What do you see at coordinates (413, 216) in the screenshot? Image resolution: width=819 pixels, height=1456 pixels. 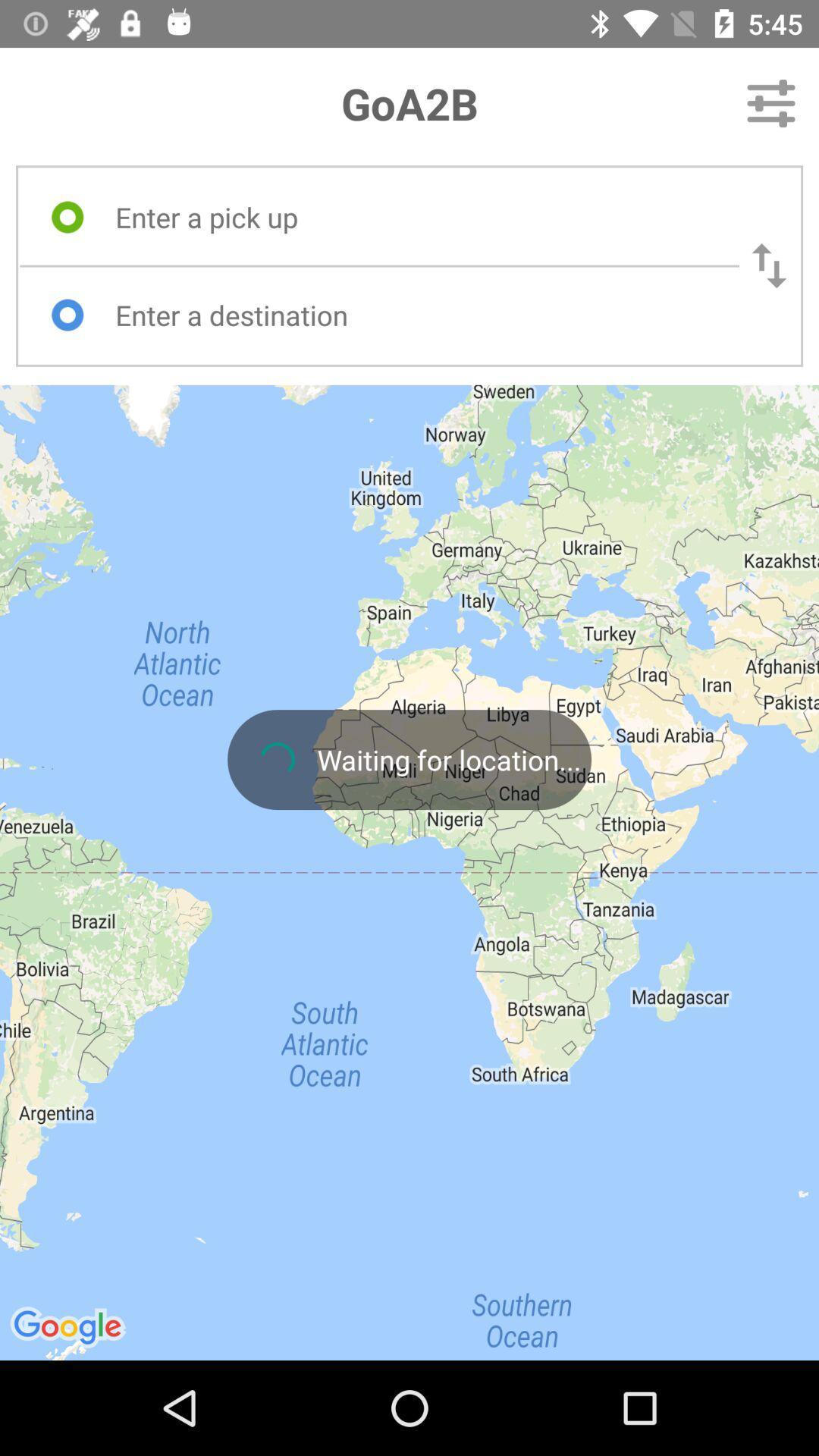 I see `starting address` at bounding box center [413, 216].